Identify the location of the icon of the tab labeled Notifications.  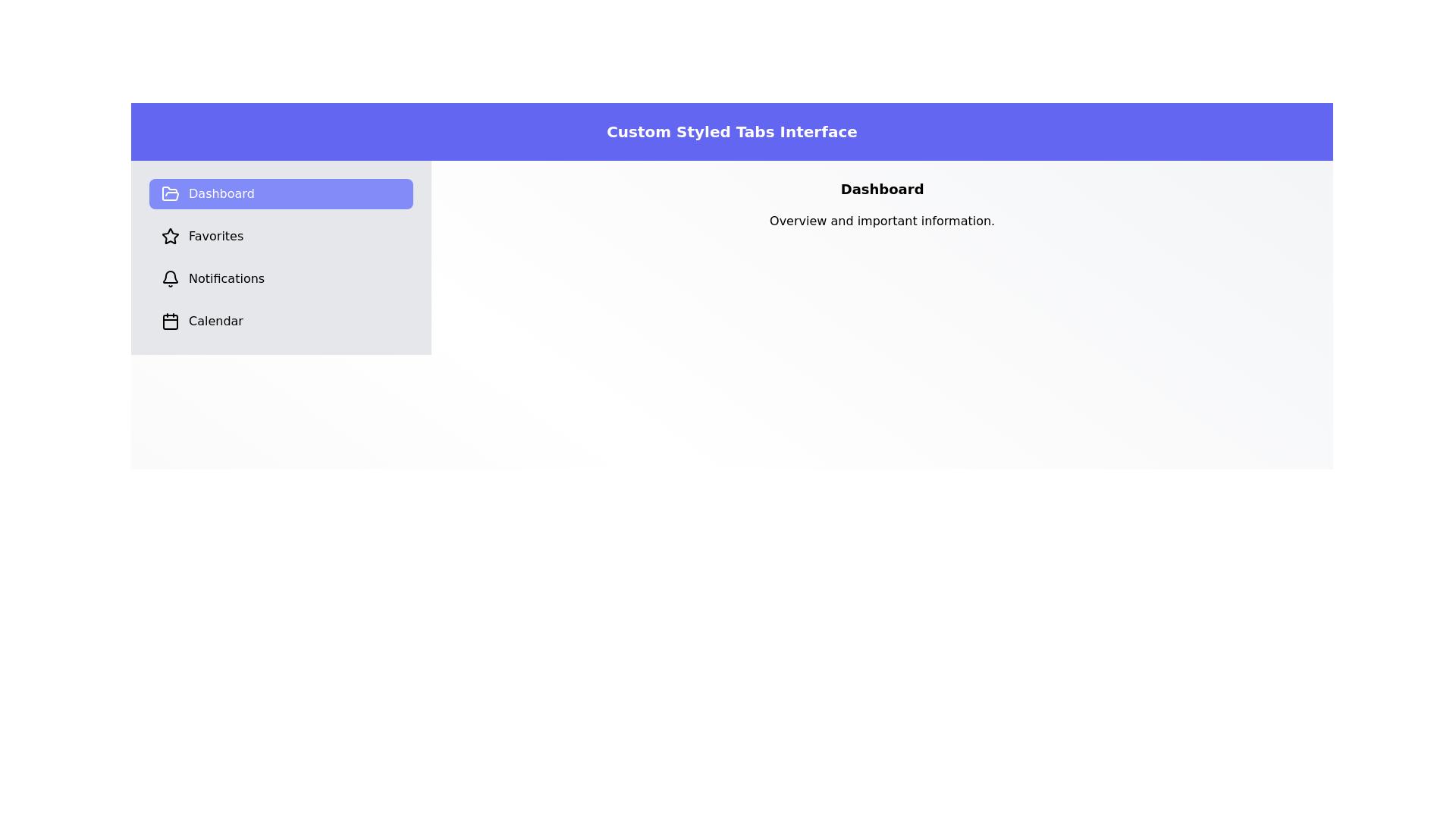
(171, 278).